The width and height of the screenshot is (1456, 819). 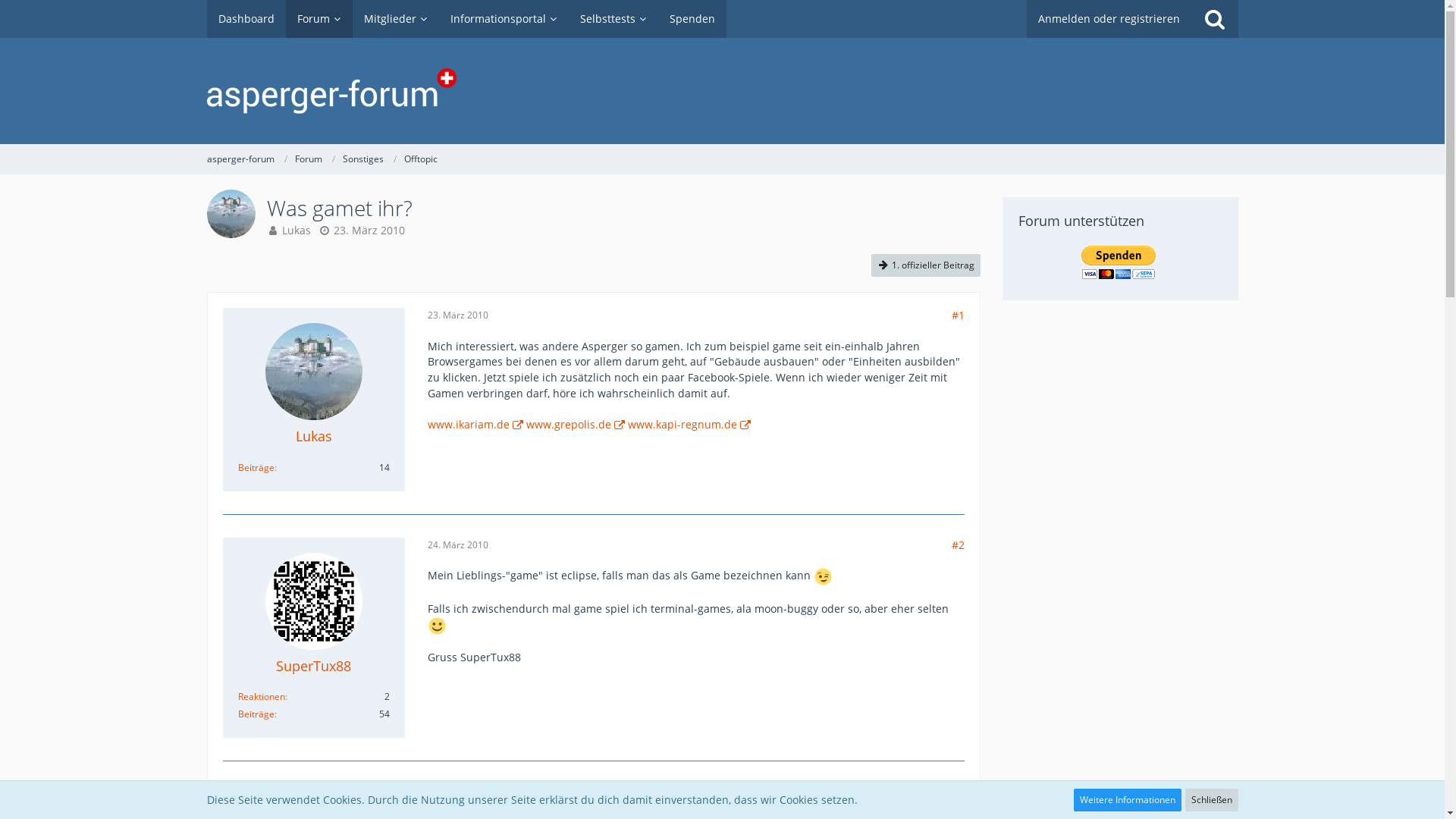 What do you see at coordinates (246, 18) in the screenshot?
I see `'Dashboard'` at bounding box center [246, 18].